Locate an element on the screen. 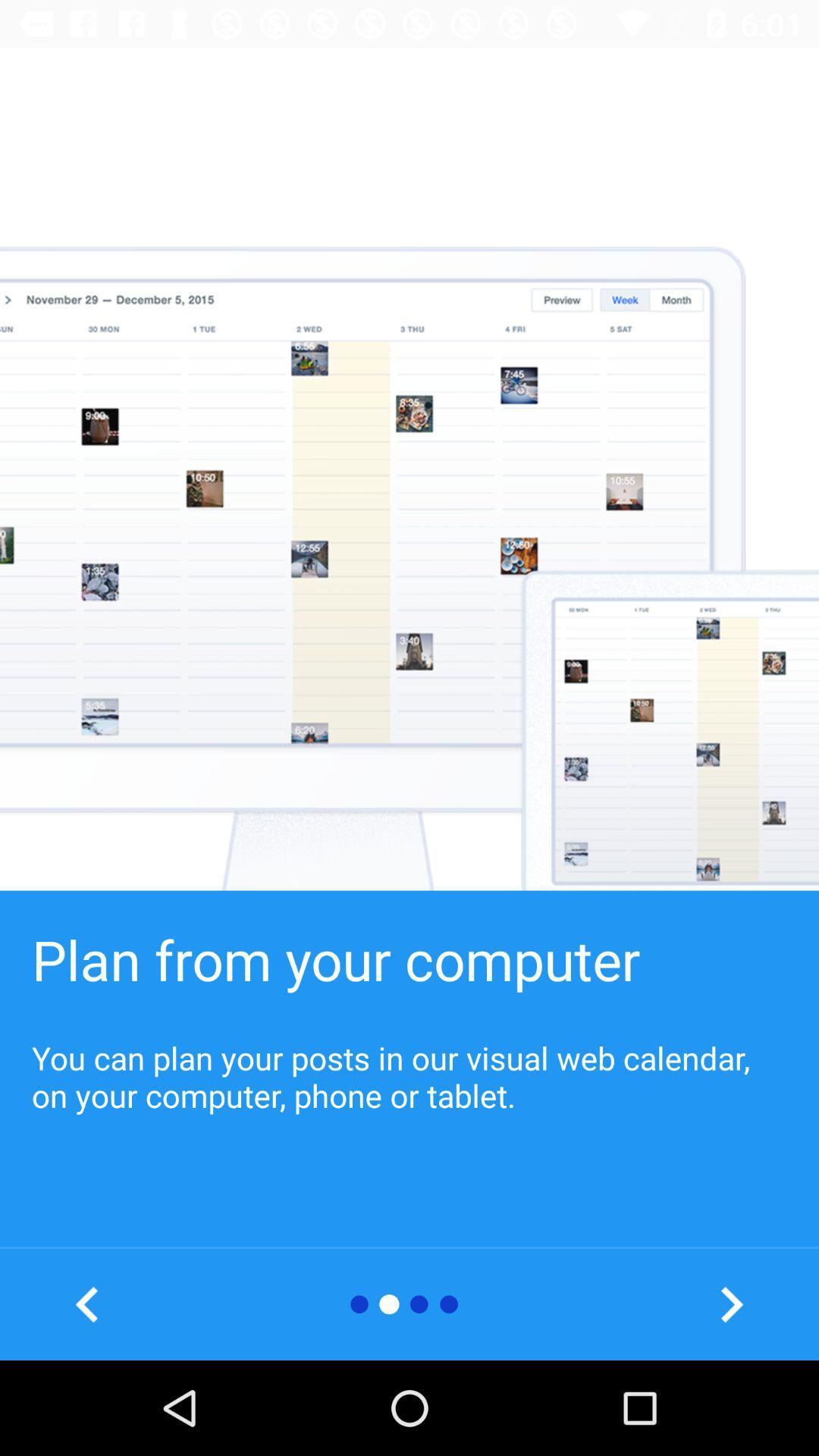 The height and width of the screenshot is (1456, 819). to move ahead is located at coordinates (730, 1304).